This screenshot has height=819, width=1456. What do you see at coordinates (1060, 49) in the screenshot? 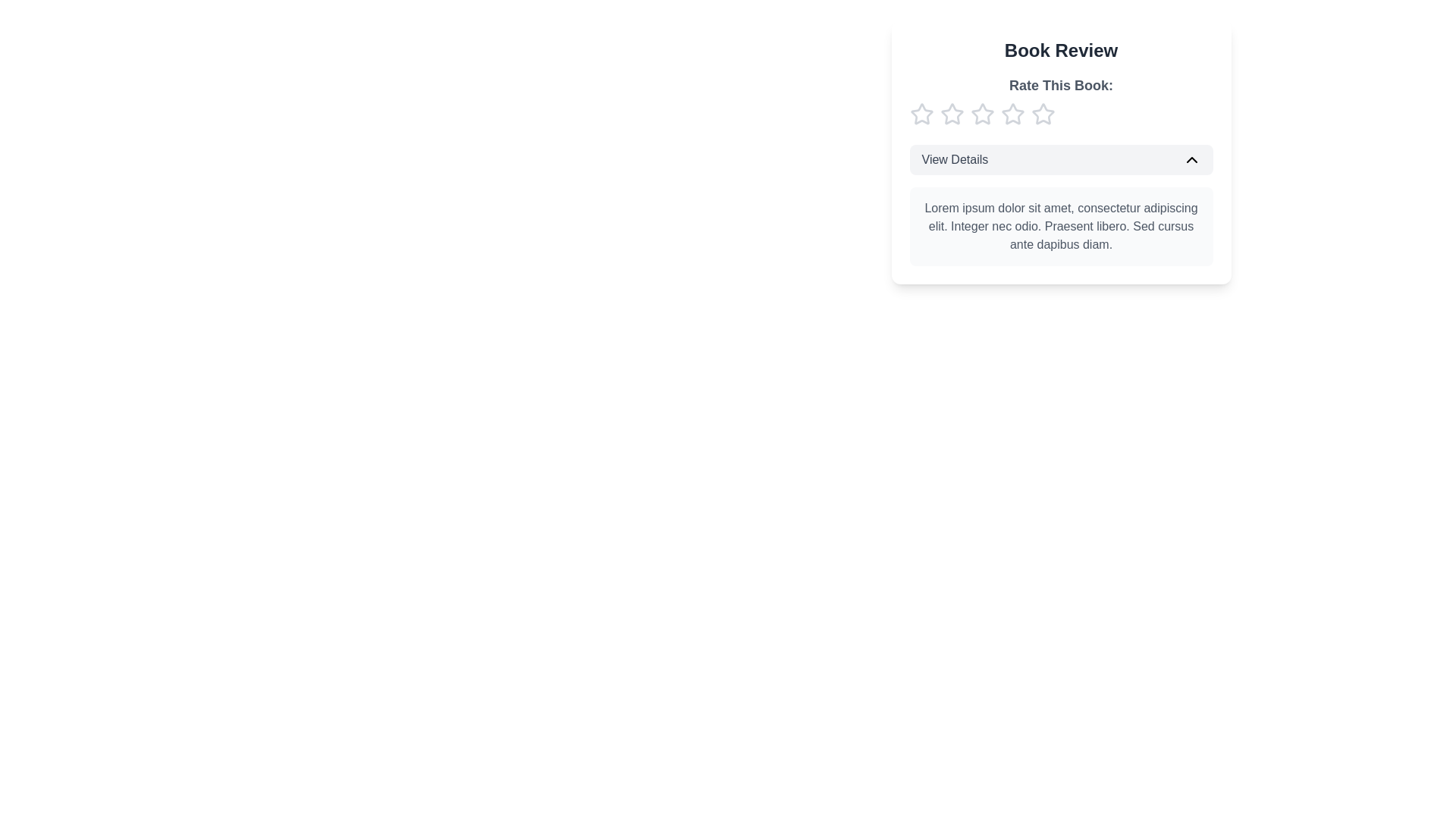
I see `the text label styled as a heading, which serves as the header title labeled 'Book Review'` at bounding box center [1060, 49].